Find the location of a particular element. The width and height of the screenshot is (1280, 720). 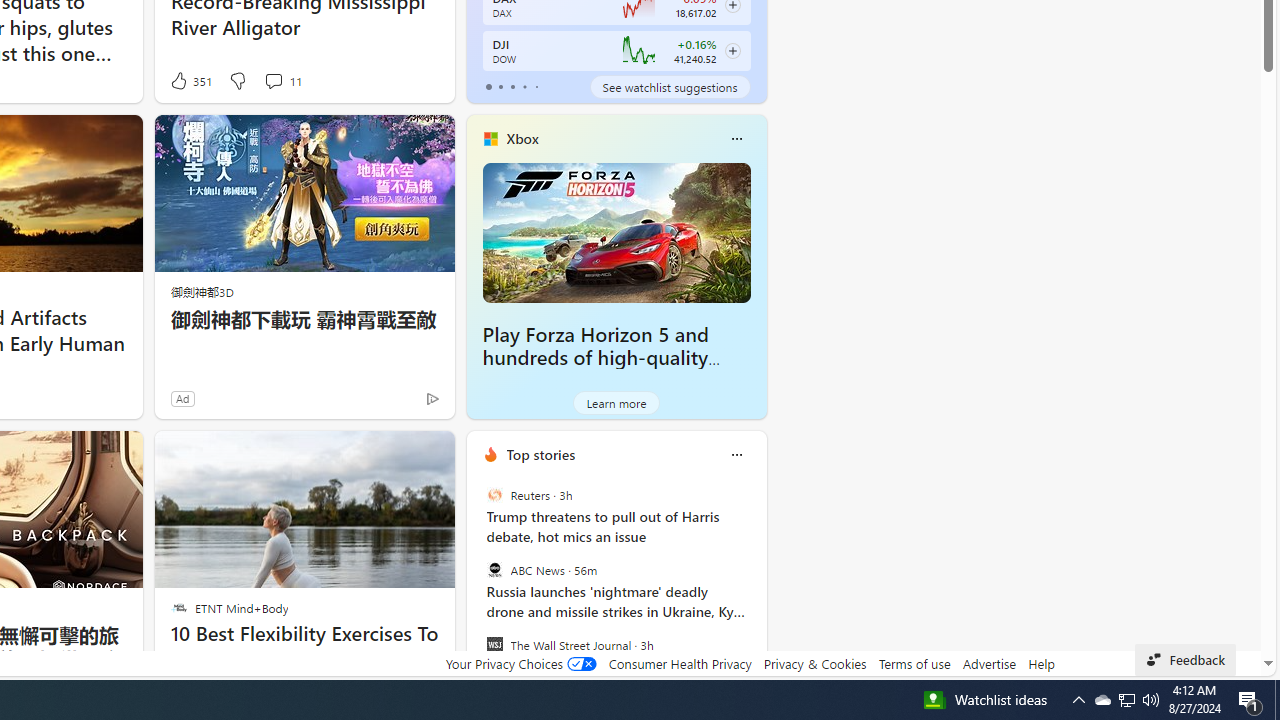

'tab-4' is located at coordinates (536, 86).